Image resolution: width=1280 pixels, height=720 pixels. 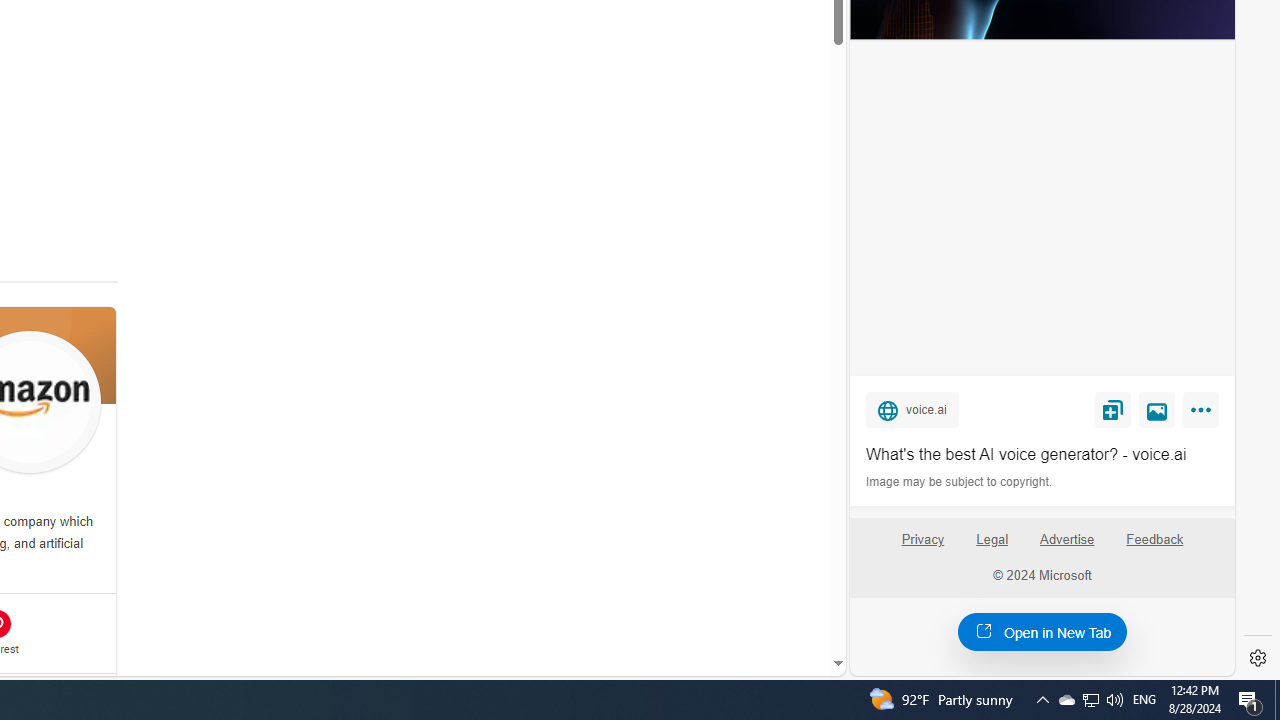 What do you see at coordinates (1155, 538) in the screenshot?
I see `'Feedback'` at bounding box center [1155, 538].